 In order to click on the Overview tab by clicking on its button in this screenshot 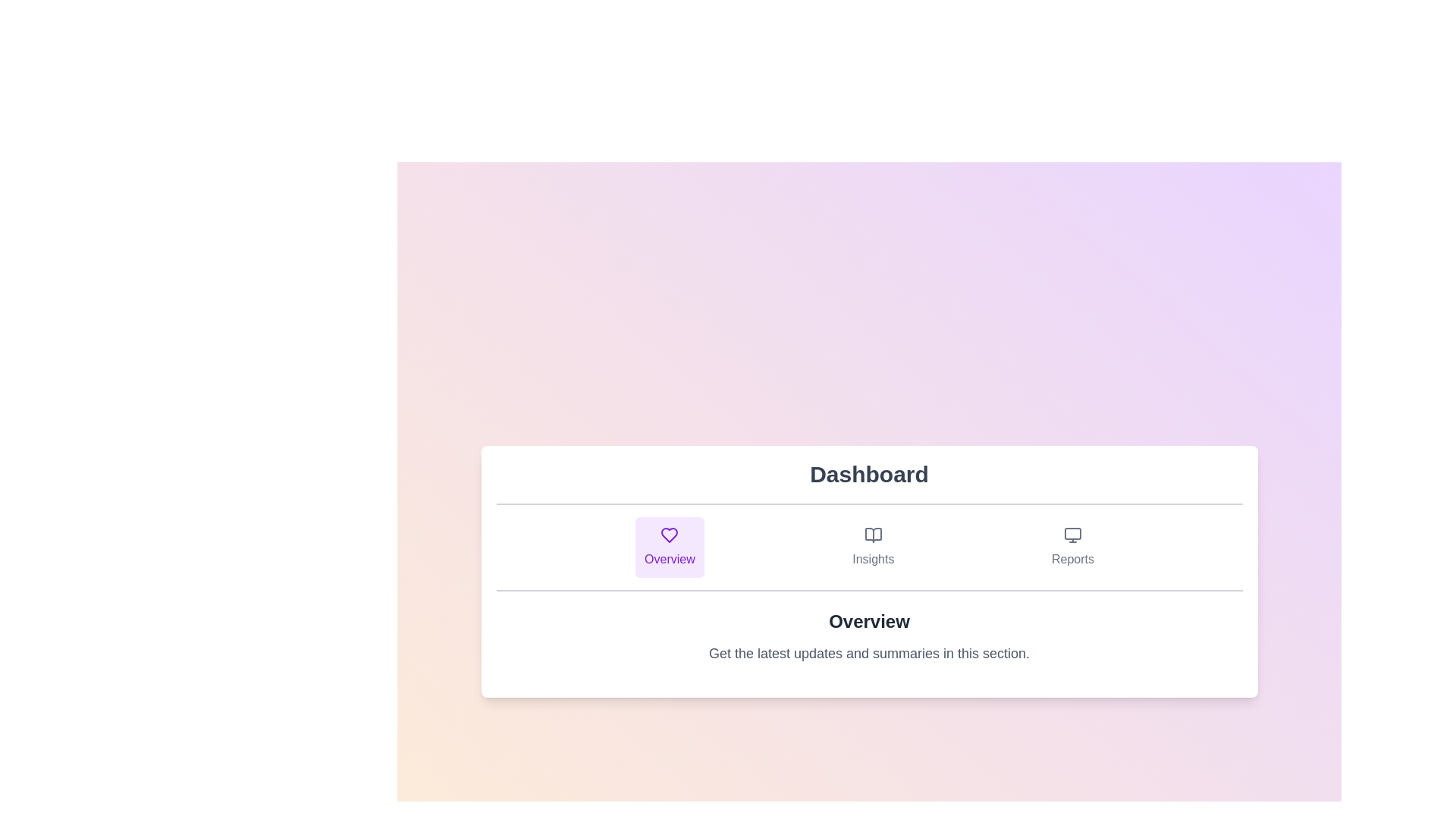, I will do `click(669, 547)`.